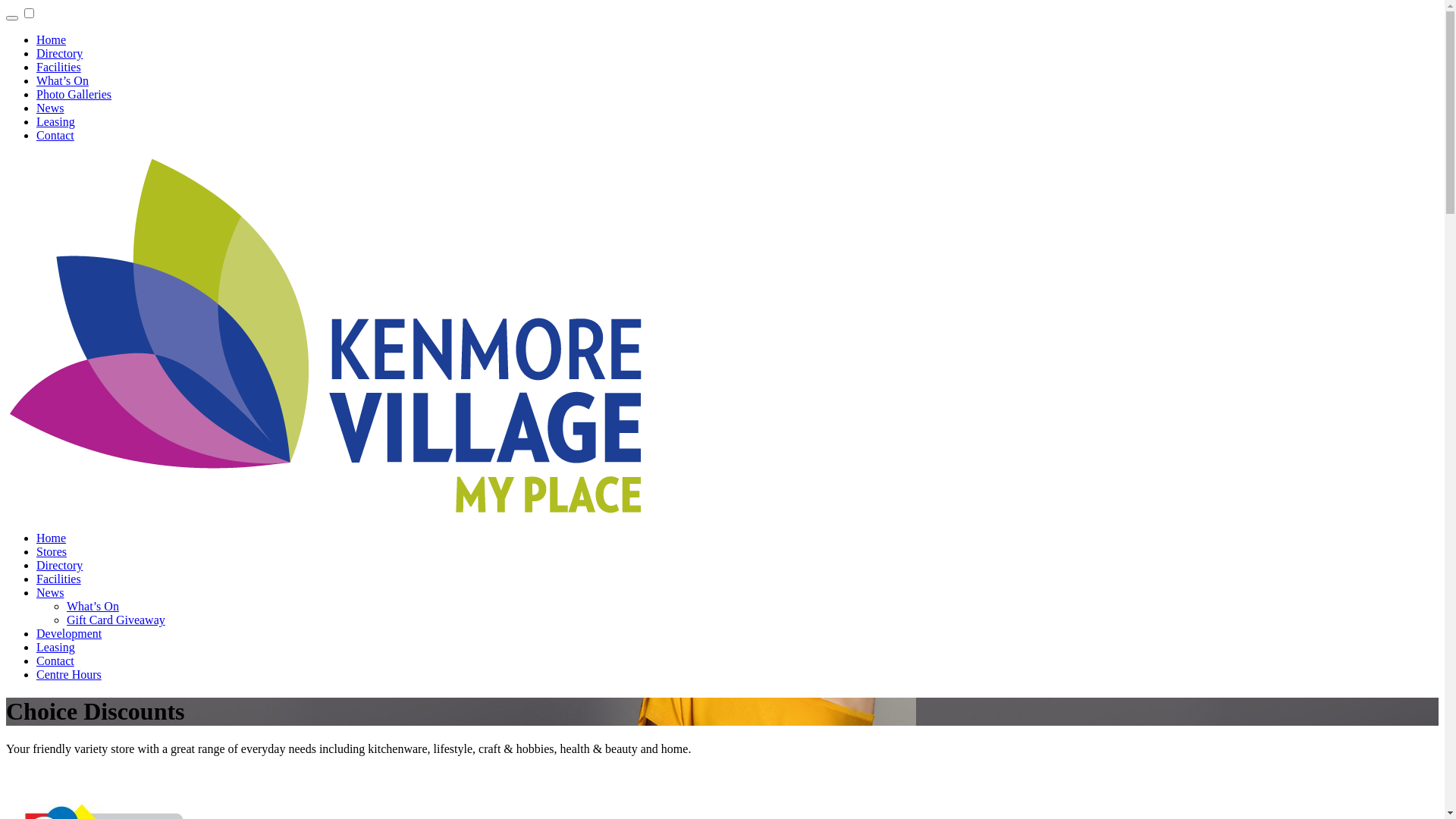 The height and width of the screenshot is (819, 1456). I want to click on 'Leasing', so click(55, 647).